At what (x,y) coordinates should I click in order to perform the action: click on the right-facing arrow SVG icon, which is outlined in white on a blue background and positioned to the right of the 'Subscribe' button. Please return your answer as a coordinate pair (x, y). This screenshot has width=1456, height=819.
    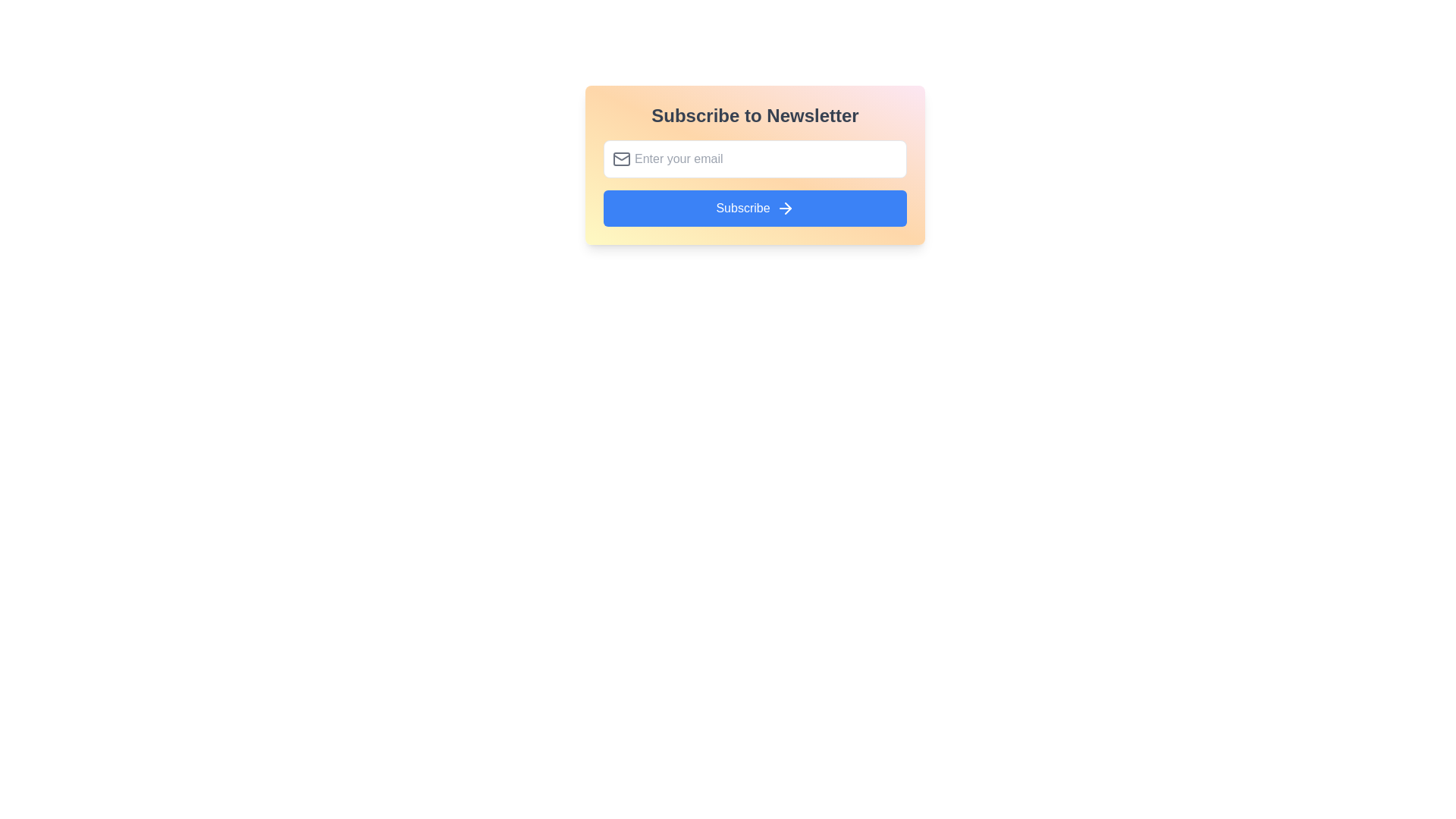
    Looking at the image, I should click on (785, 208).